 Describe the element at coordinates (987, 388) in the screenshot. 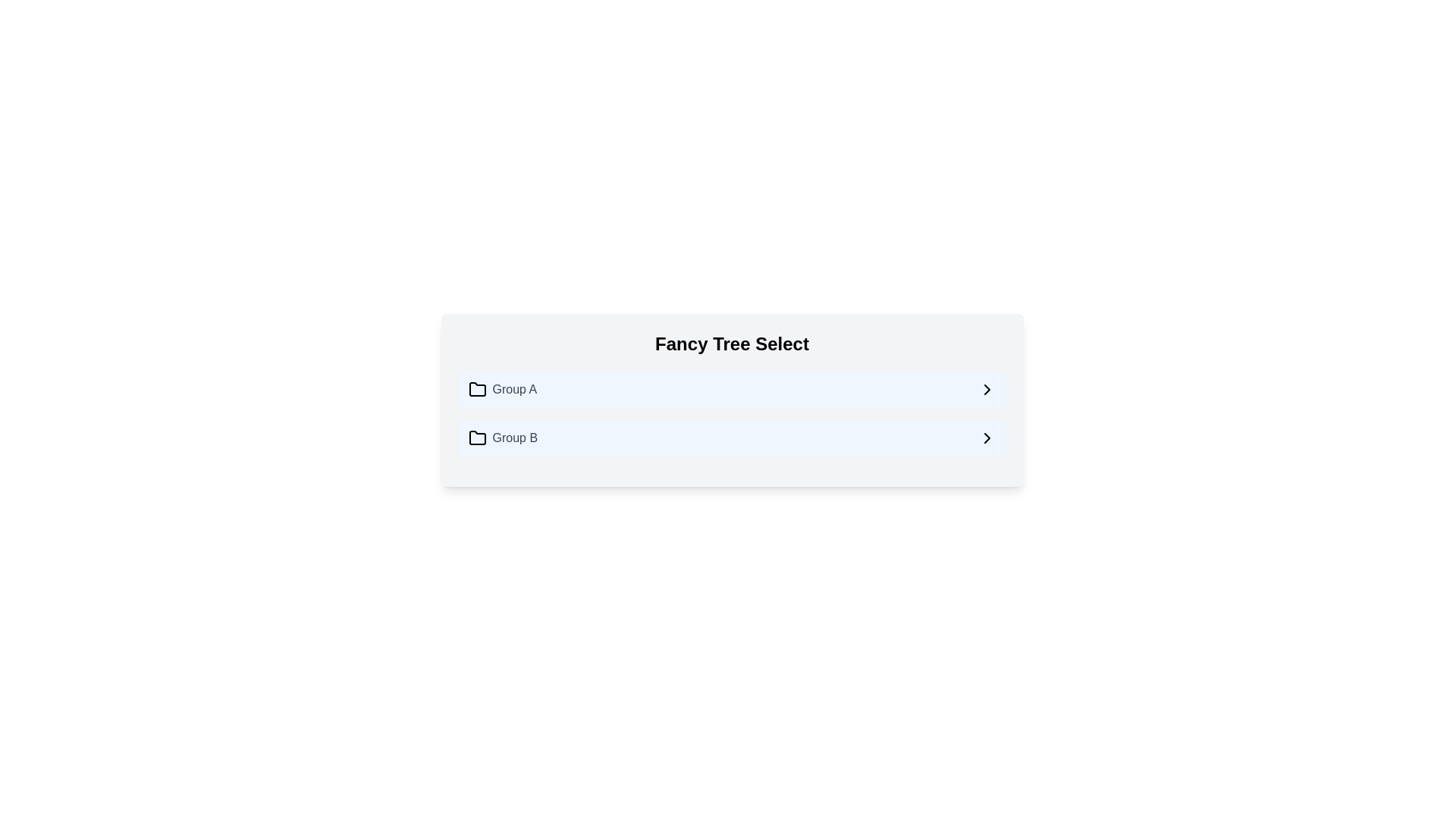

I see `the Right-chevron icon located immediately to the right of the 'Group A' text label` at that location.